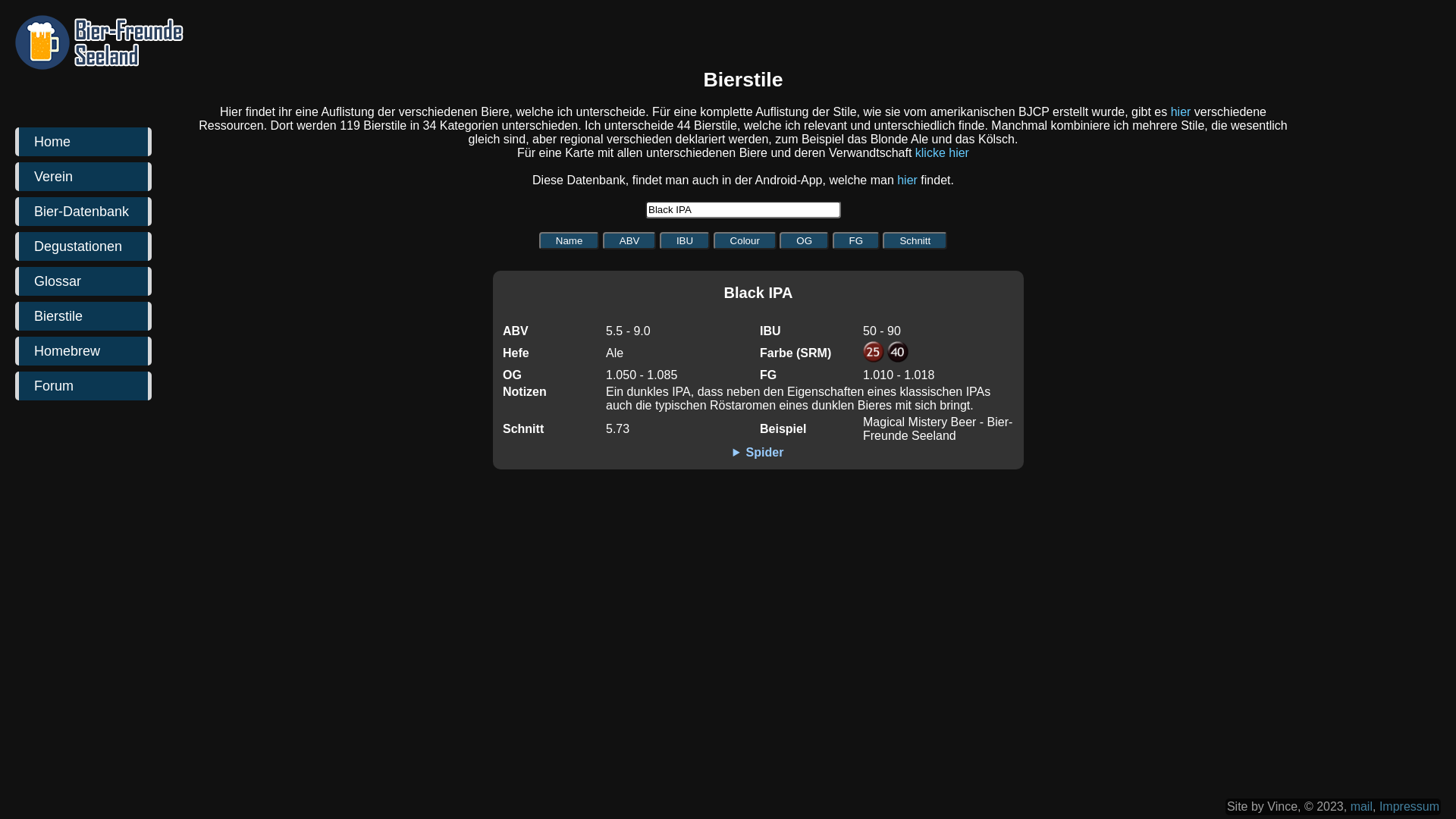  Describe the element at coordinates (1180, 111) in the screenshot. I see `'hier'` at that location.